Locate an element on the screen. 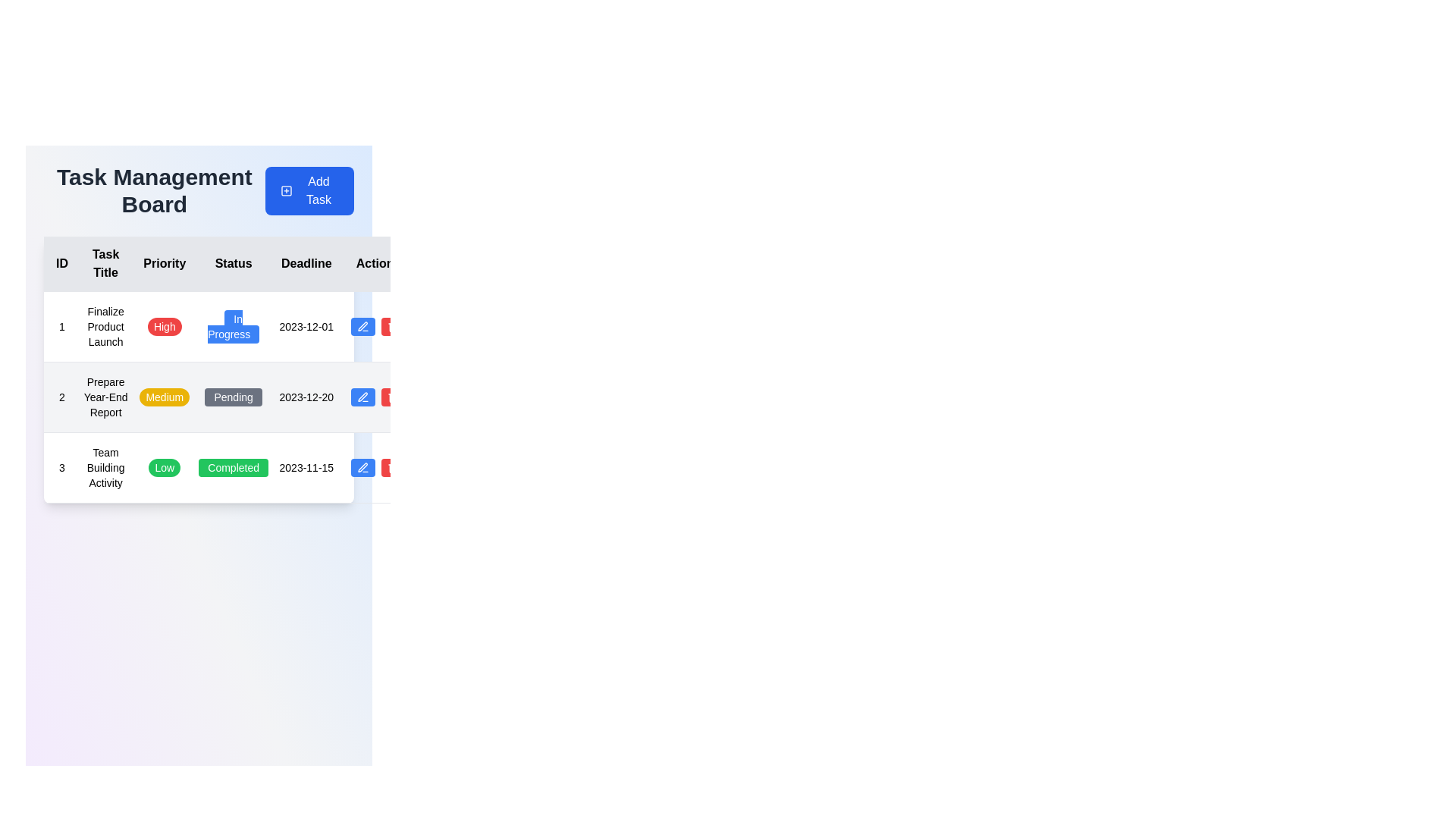 Image resolution: width=1456 pixels, height=819 pixels. the 'Pending' status label located in the second row of the table under the 'Status' column, positioned between the 'Priority' and 'Deadline' columns is located at coordinates (233, 397).